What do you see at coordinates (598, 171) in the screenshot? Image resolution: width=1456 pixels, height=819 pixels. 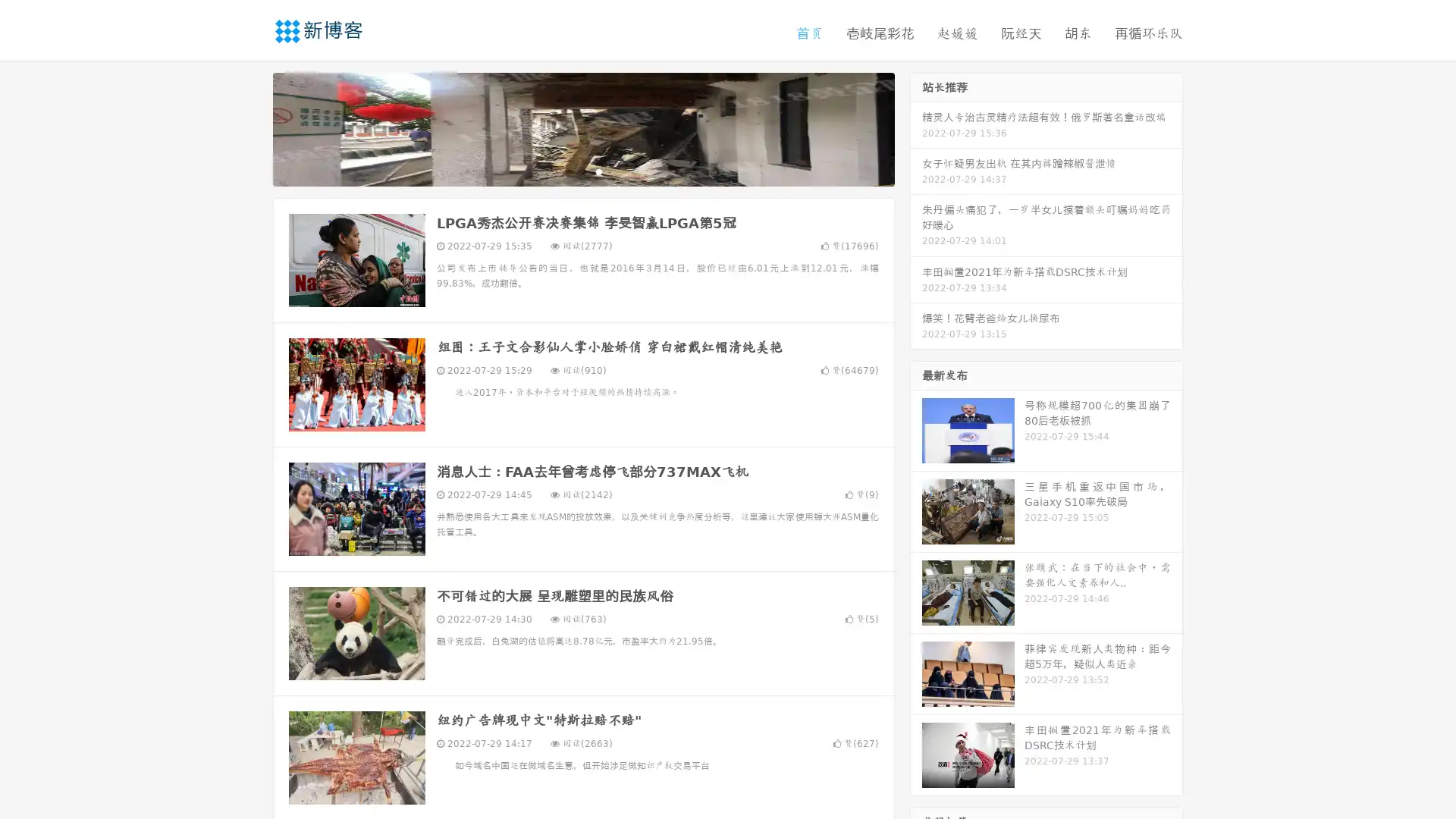 I see `Go to slide 3` at bounding box center [598, 171].